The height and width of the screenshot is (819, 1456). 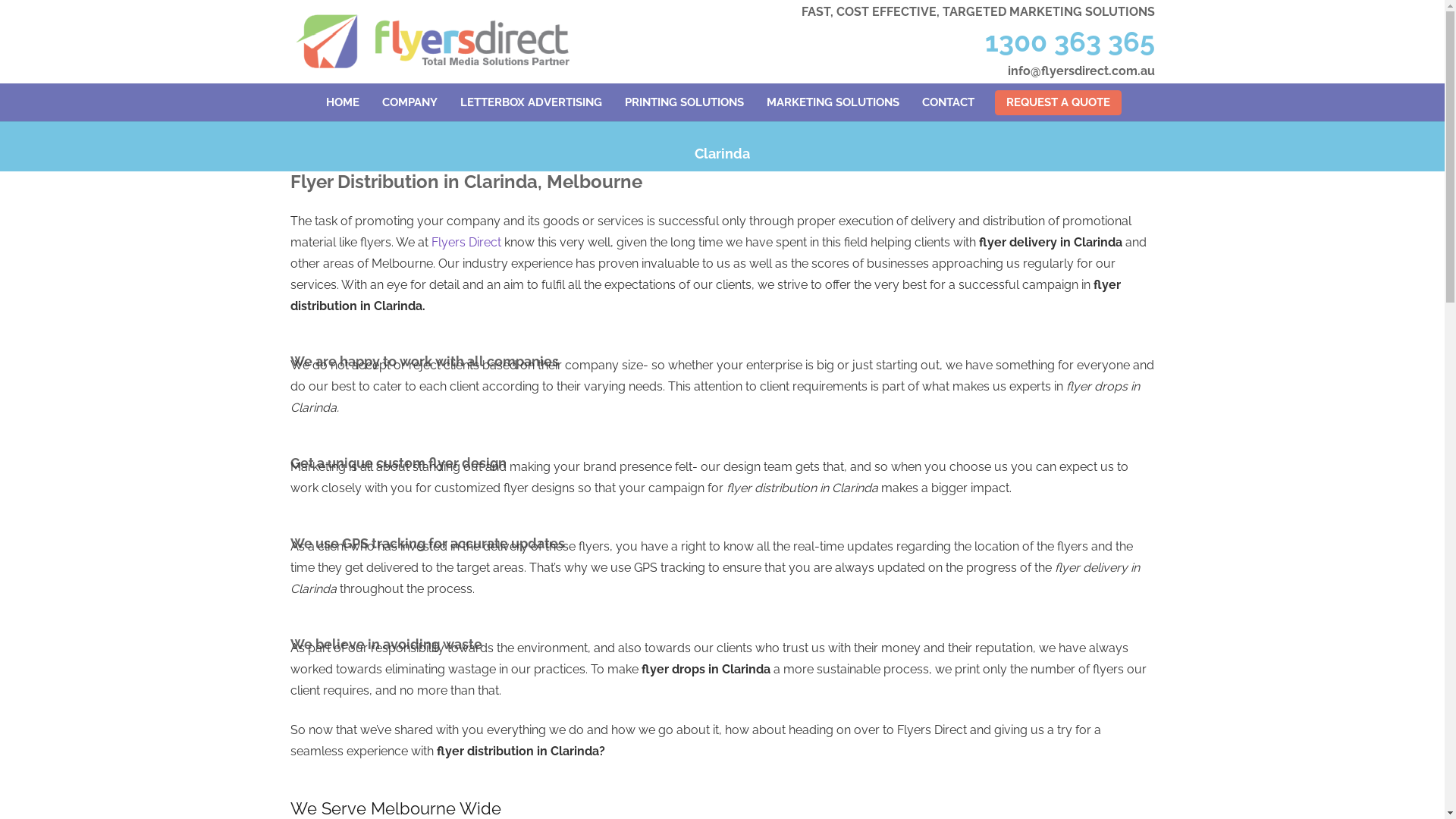 I want to click on 'HOME', so click(x=341, y=102).